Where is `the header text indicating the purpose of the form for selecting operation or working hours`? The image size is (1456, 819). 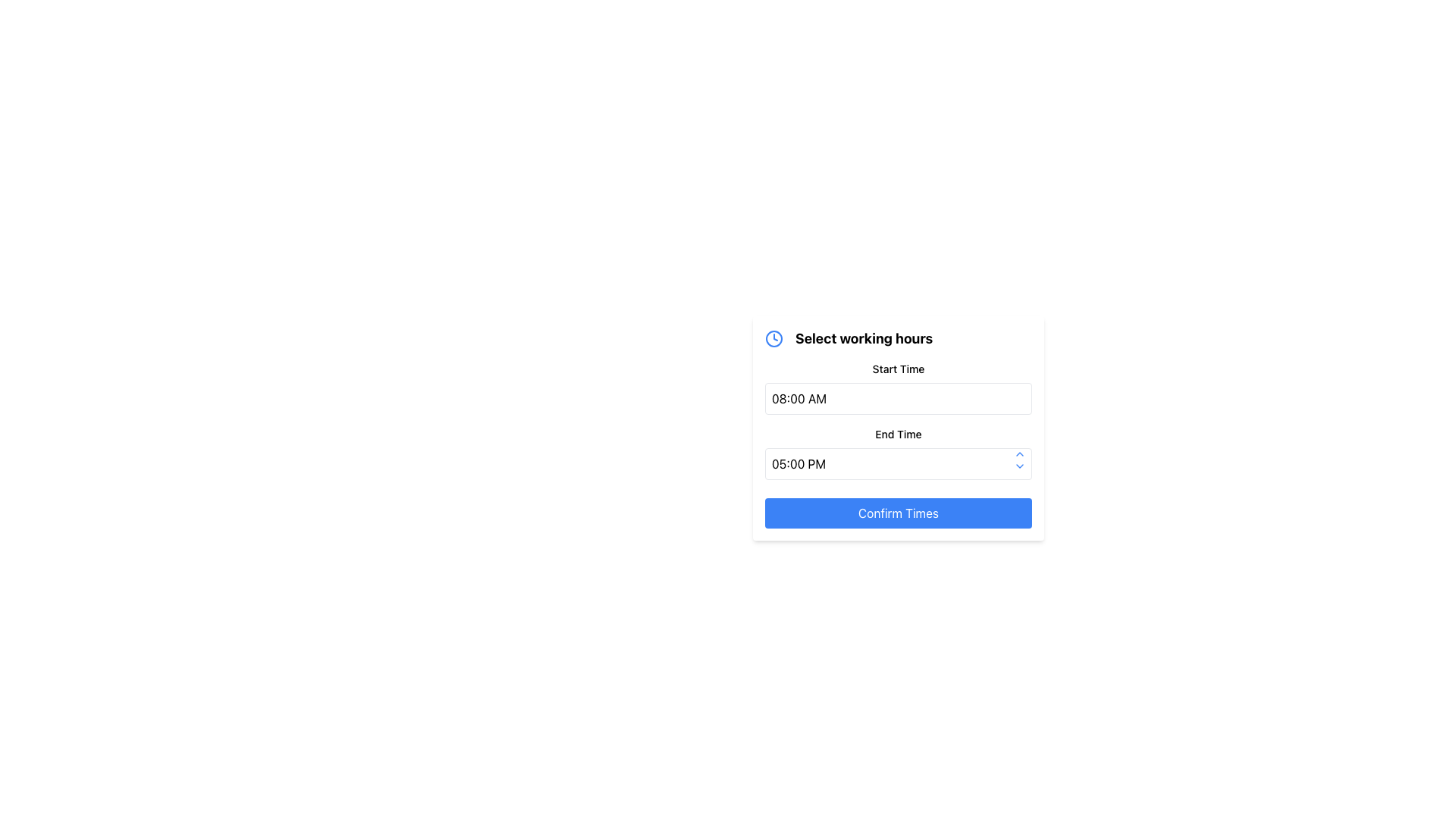
the header text indicating the purpose of the form for selecting operation or working hours is located at coordinates (864, 338).